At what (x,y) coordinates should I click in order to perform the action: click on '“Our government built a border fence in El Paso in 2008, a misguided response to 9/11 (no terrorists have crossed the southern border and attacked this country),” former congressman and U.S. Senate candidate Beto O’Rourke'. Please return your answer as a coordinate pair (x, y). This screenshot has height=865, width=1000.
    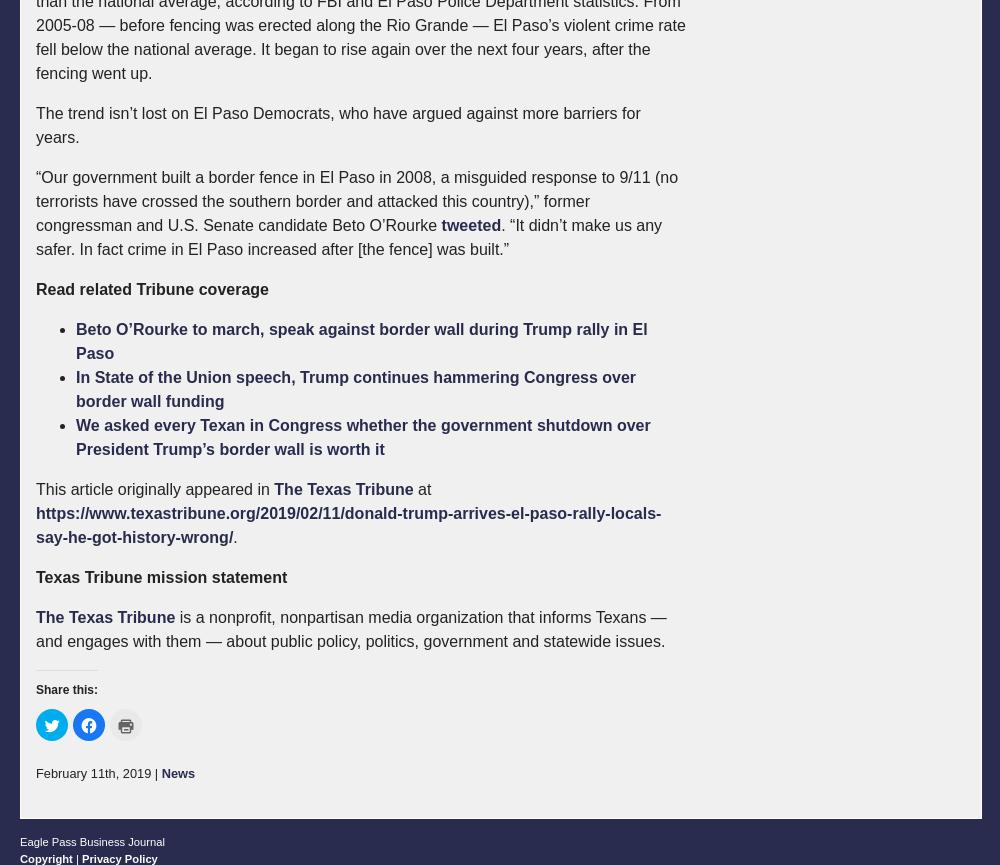
    Looking at the image, I should click on (36, 200).